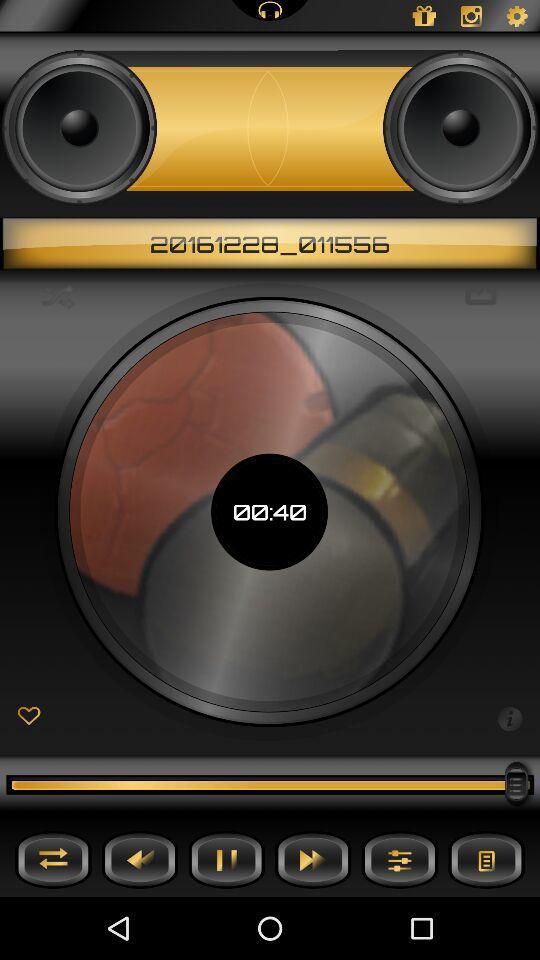  I want to click on rewind the audio, so click(139, 858).